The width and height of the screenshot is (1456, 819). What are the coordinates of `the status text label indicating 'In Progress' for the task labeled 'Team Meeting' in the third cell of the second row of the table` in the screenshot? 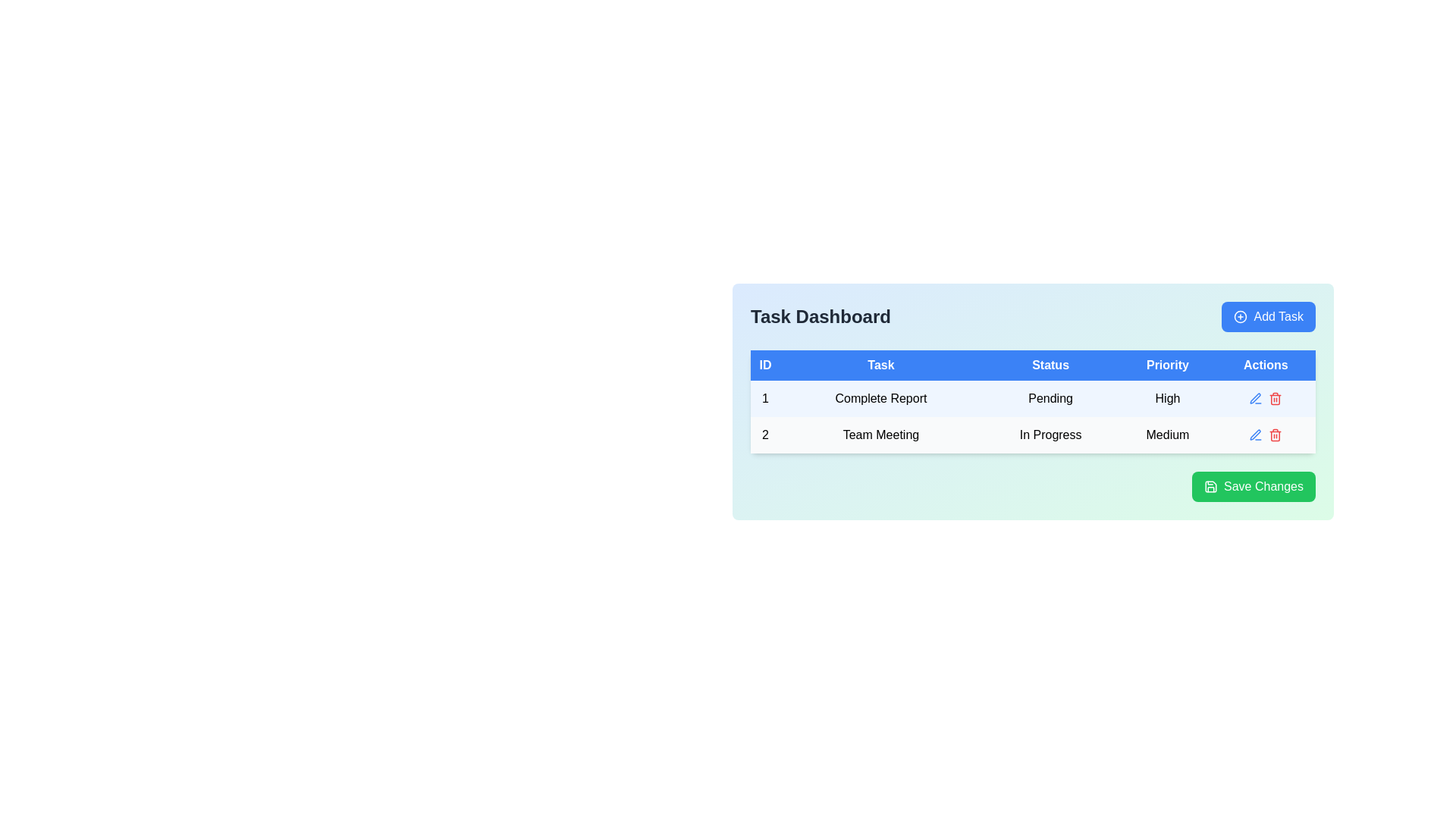 It's located at (1050, 435).